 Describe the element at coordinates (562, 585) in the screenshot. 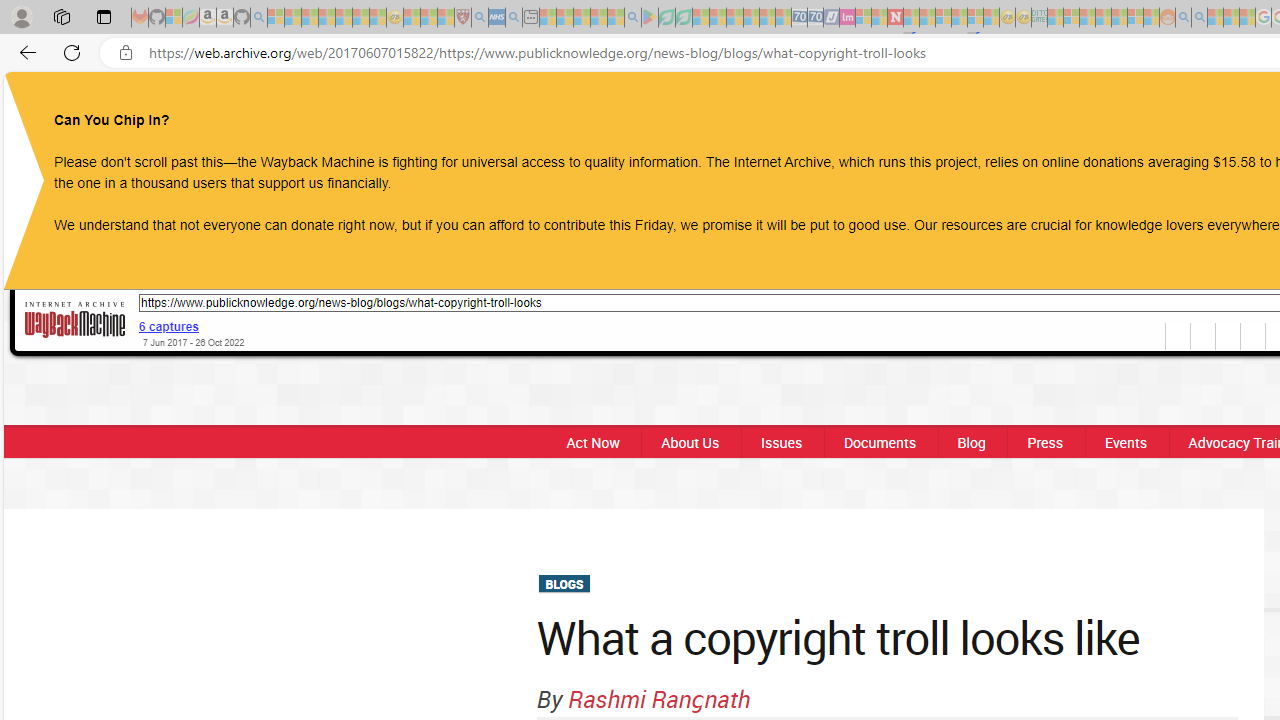

I see `'BLOGS'` at that location.